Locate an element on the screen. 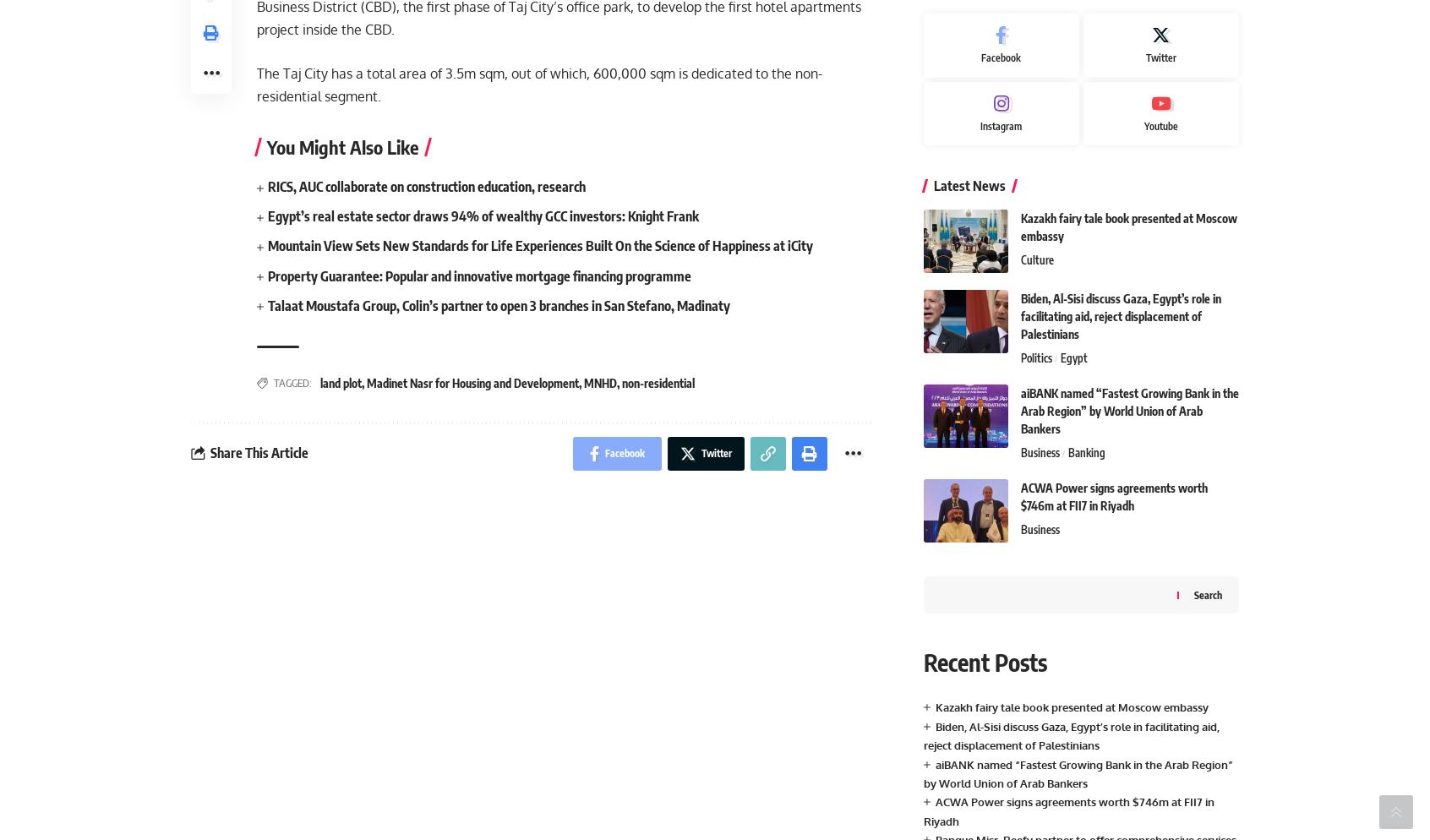 The width and height of the screenshot is (1430, 840). 'Share This Article' is located at coordinates (258, 451).